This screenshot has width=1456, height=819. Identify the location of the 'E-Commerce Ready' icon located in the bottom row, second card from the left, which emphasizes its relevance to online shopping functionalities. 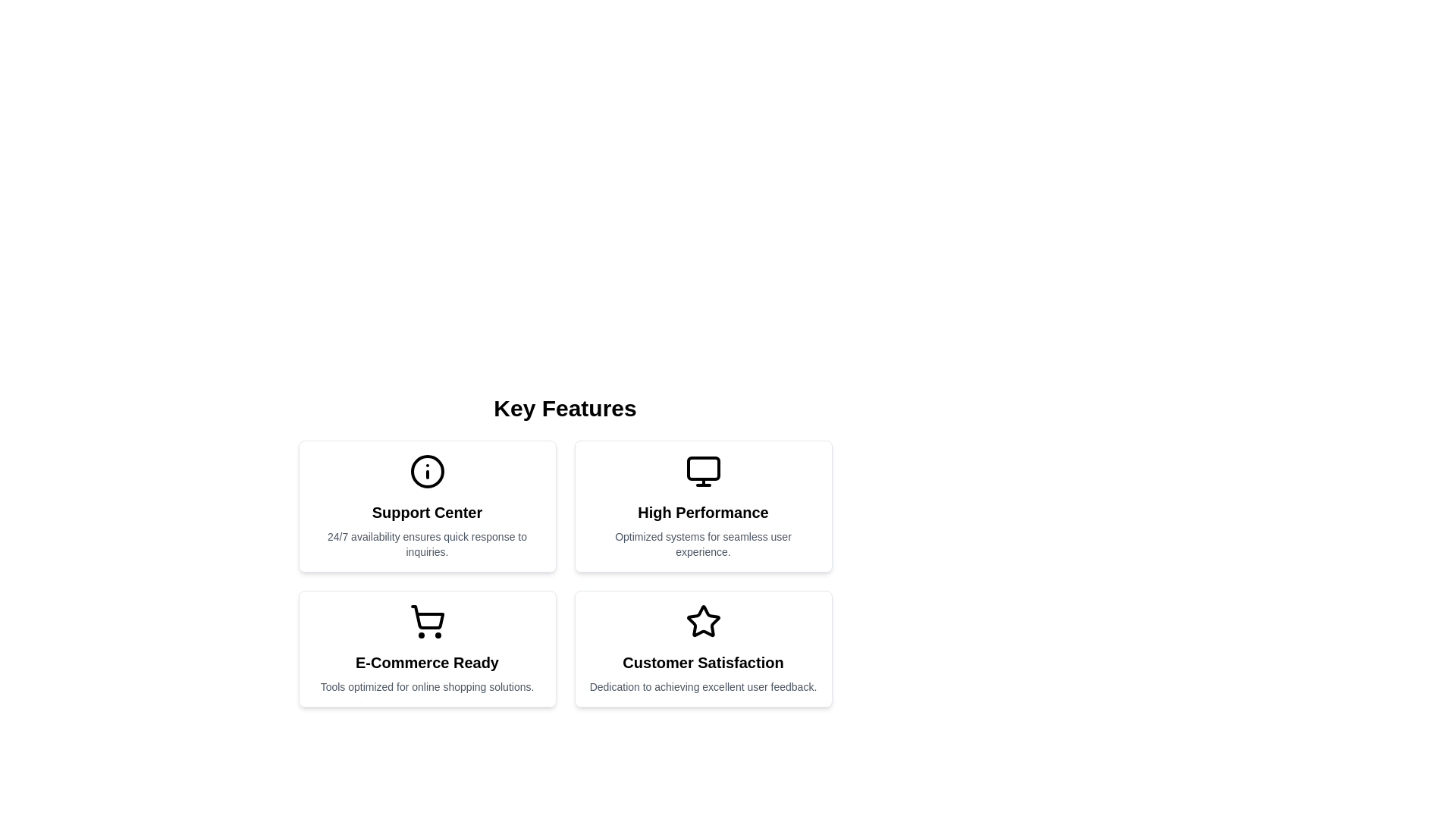
(426, 622).